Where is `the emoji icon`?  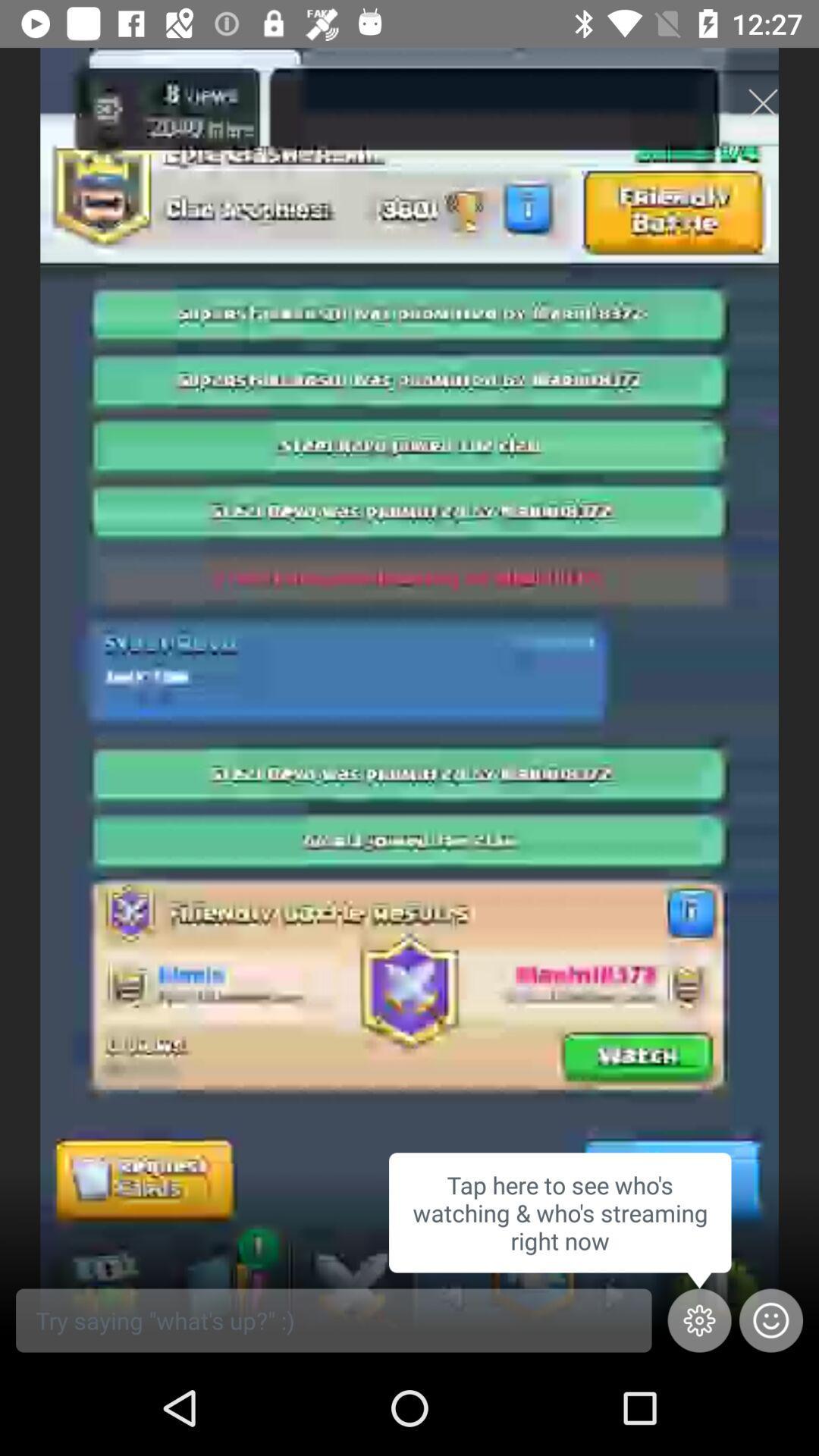 the emoji icon is located at coordinates (771, 1319).